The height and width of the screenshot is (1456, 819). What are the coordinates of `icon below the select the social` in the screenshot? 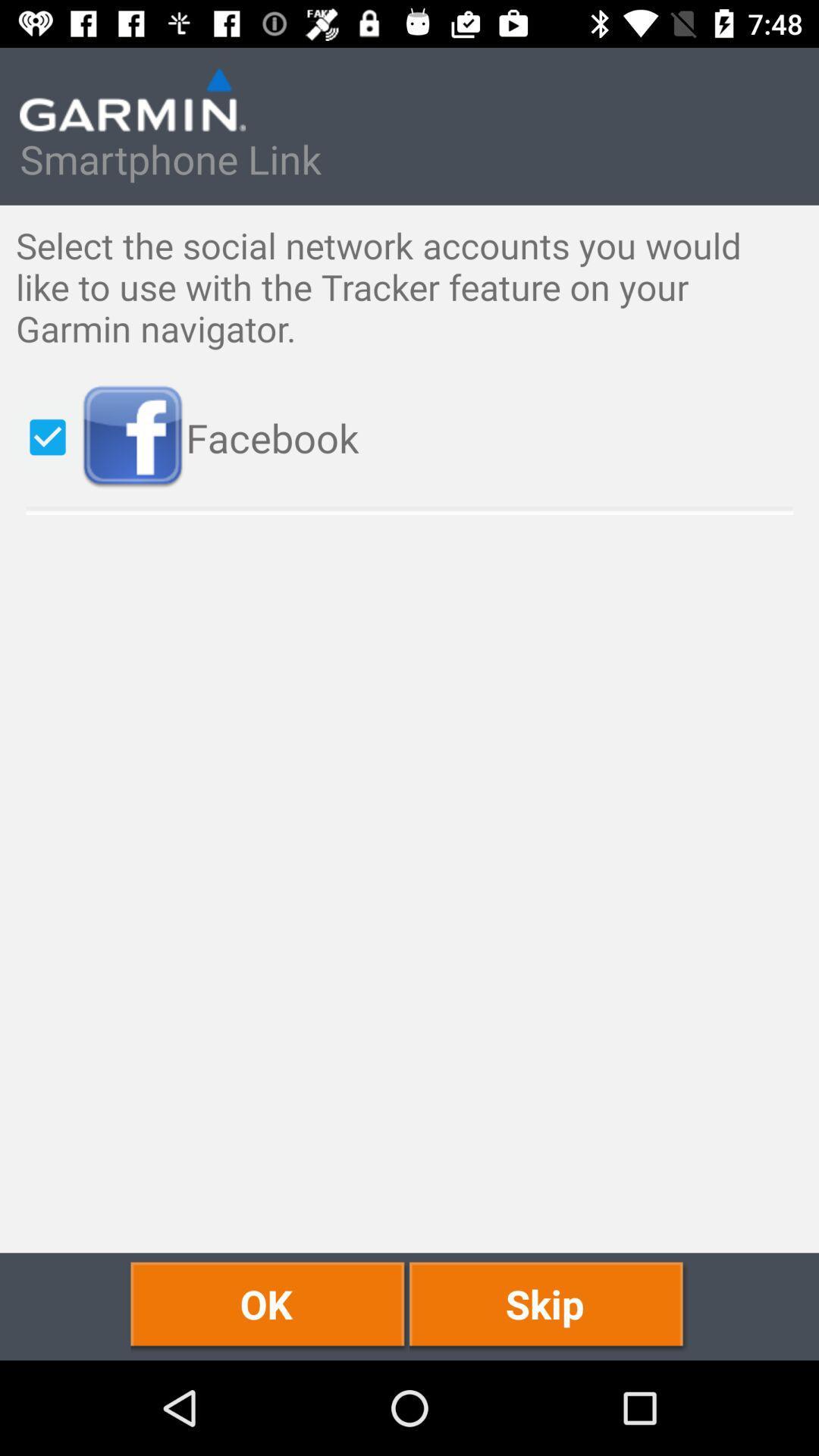 It's located at (441, 437).